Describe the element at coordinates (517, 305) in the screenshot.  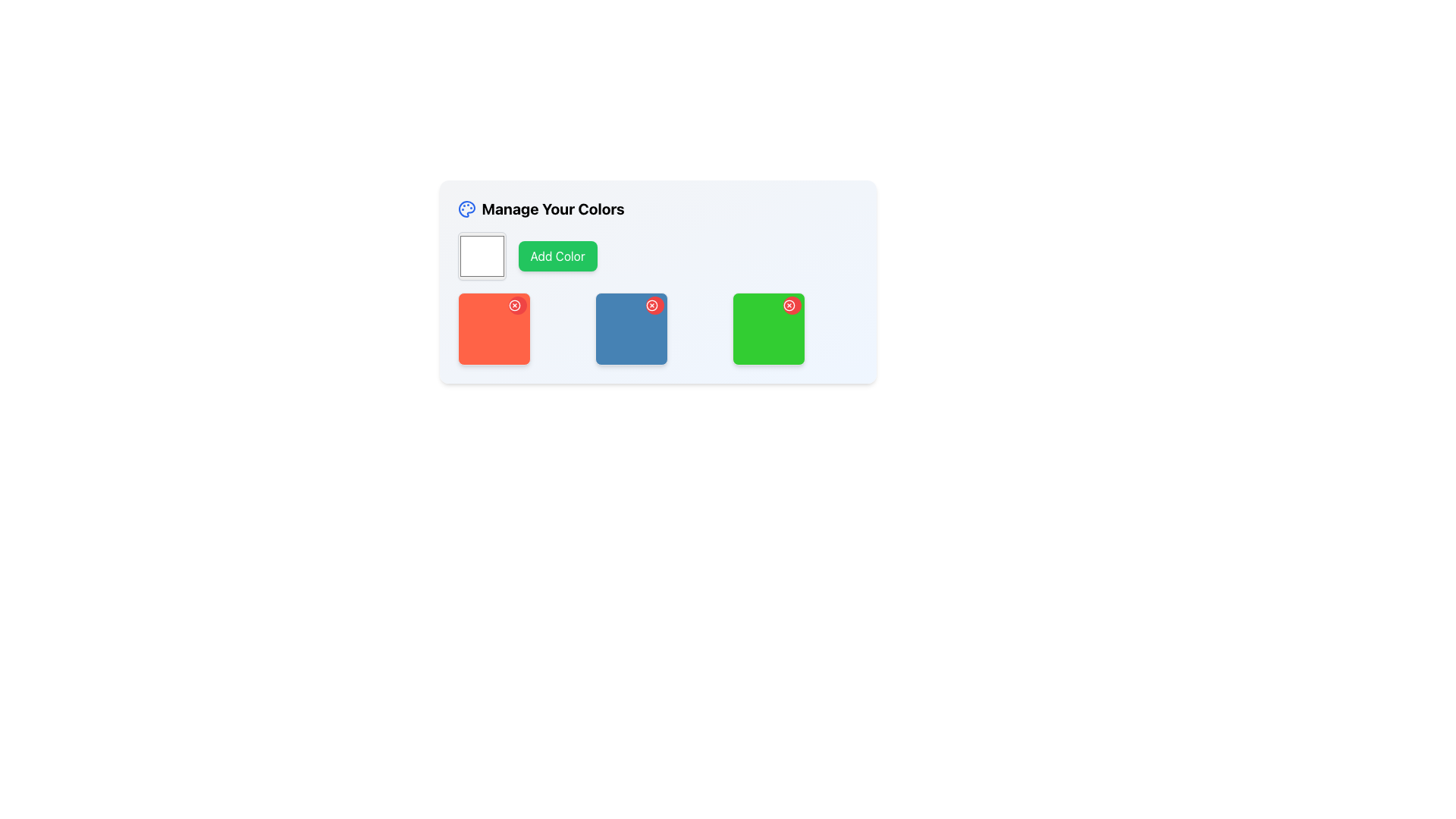
I see `the circular red button with a white 'X' icon inside it, located in the upper right corner of a square tile with a tomato-red background` at that location.